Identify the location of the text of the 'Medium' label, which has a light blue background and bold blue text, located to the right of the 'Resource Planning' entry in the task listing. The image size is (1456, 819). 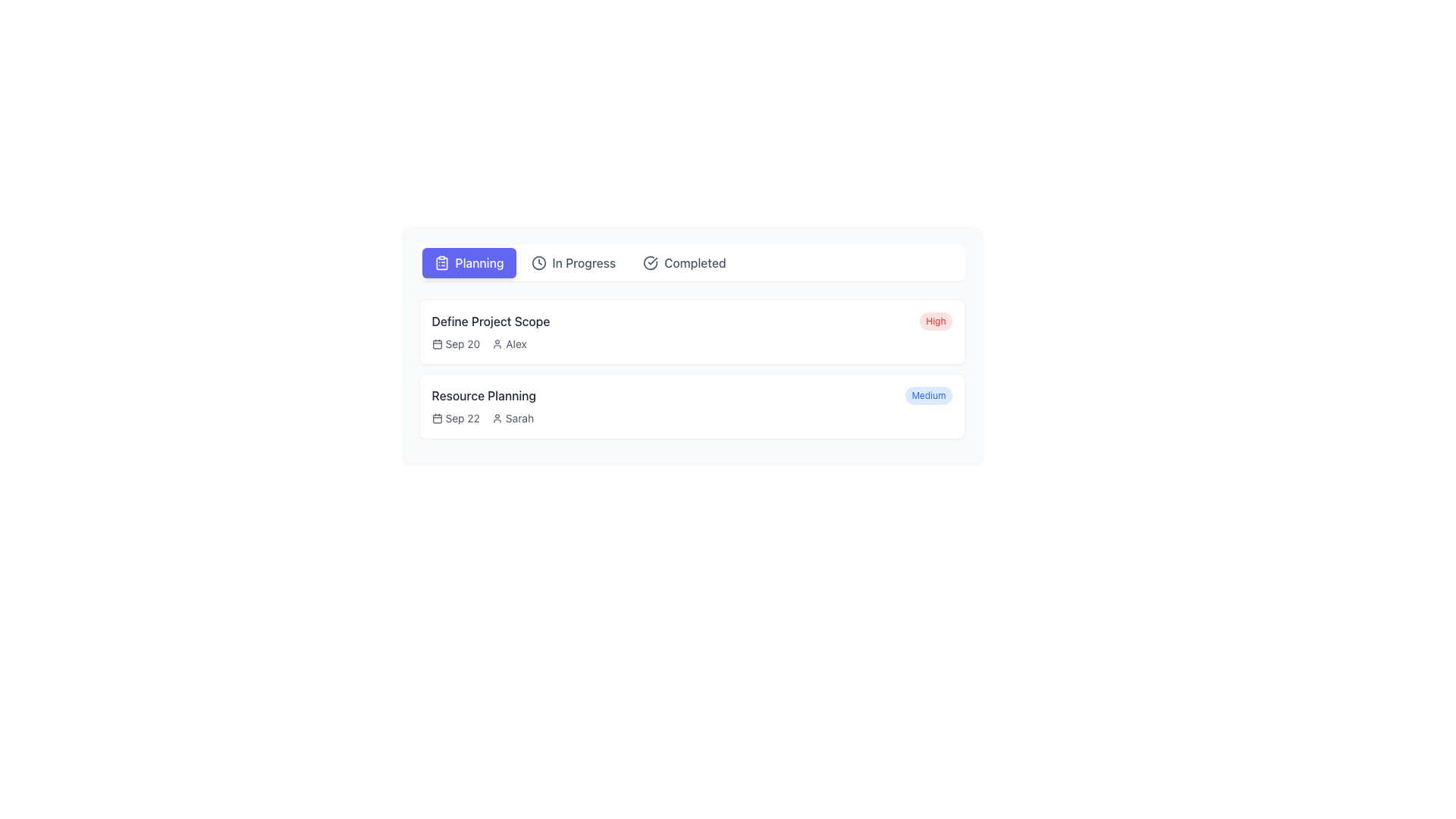
(927, 394).